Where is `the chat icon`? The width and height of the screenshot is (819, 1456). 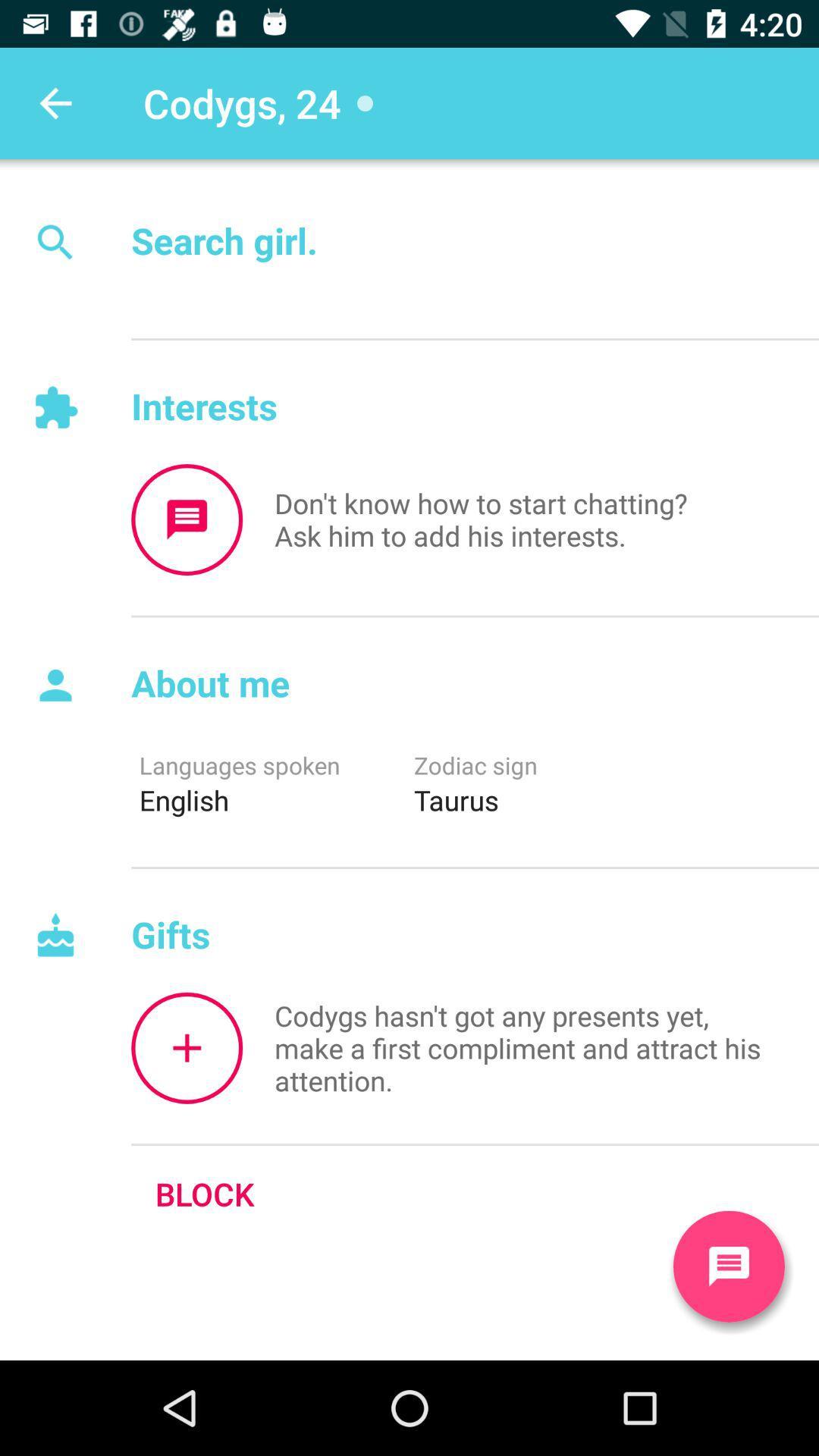
the chat icon is located at coordinates (186, 519).